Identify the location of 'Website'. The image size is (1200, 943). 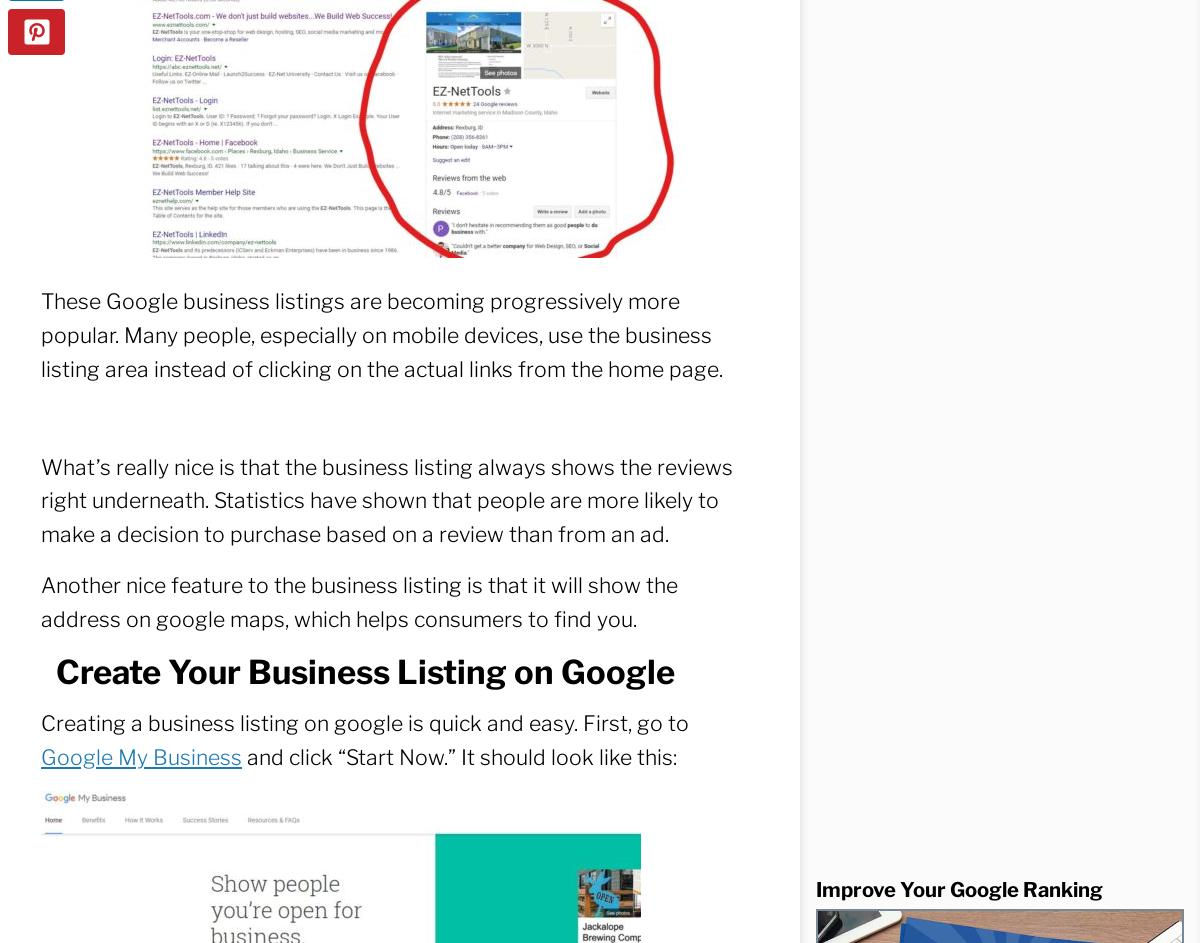
(80, 199).